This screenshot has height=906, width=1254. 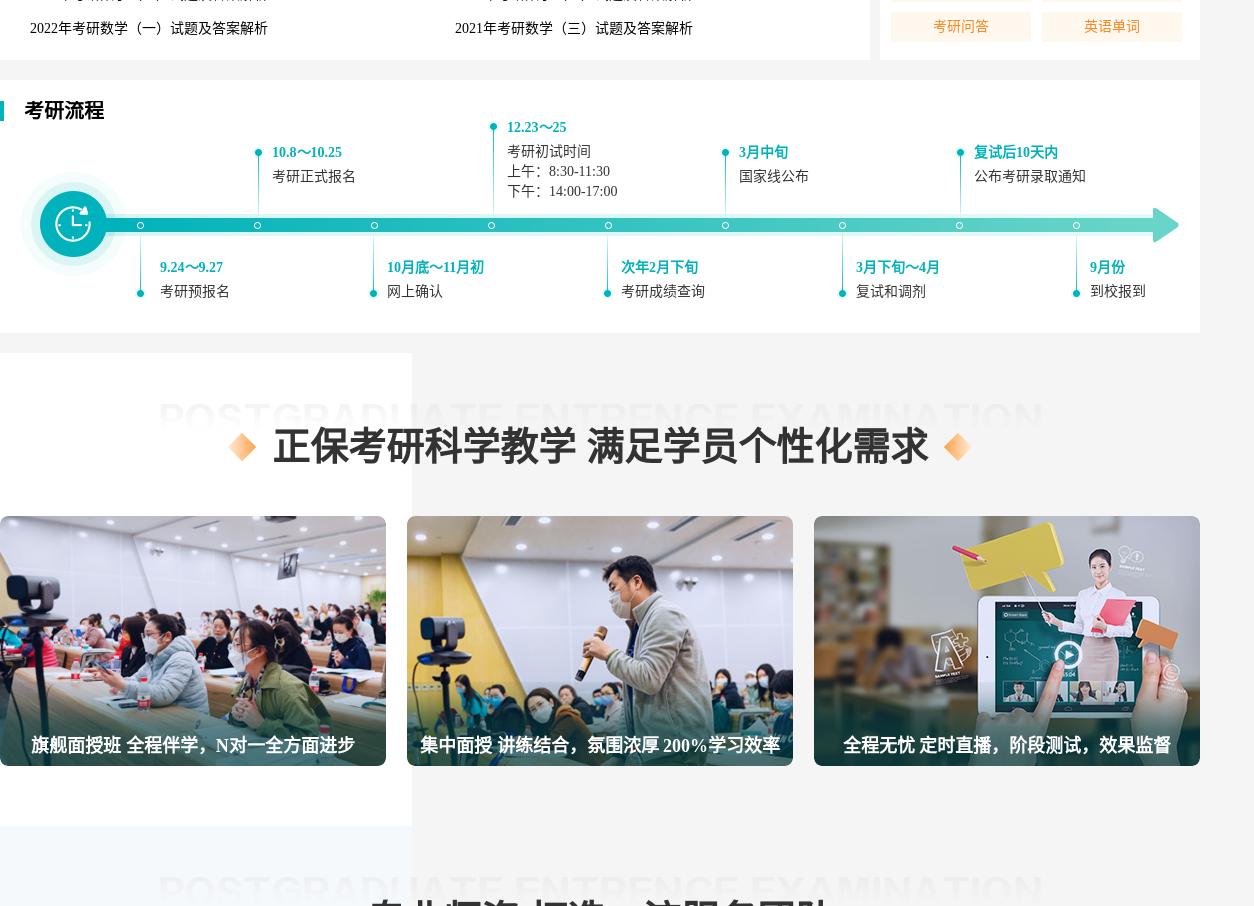 I want to click on '10.8～10.25', so click(x=306, y=152).